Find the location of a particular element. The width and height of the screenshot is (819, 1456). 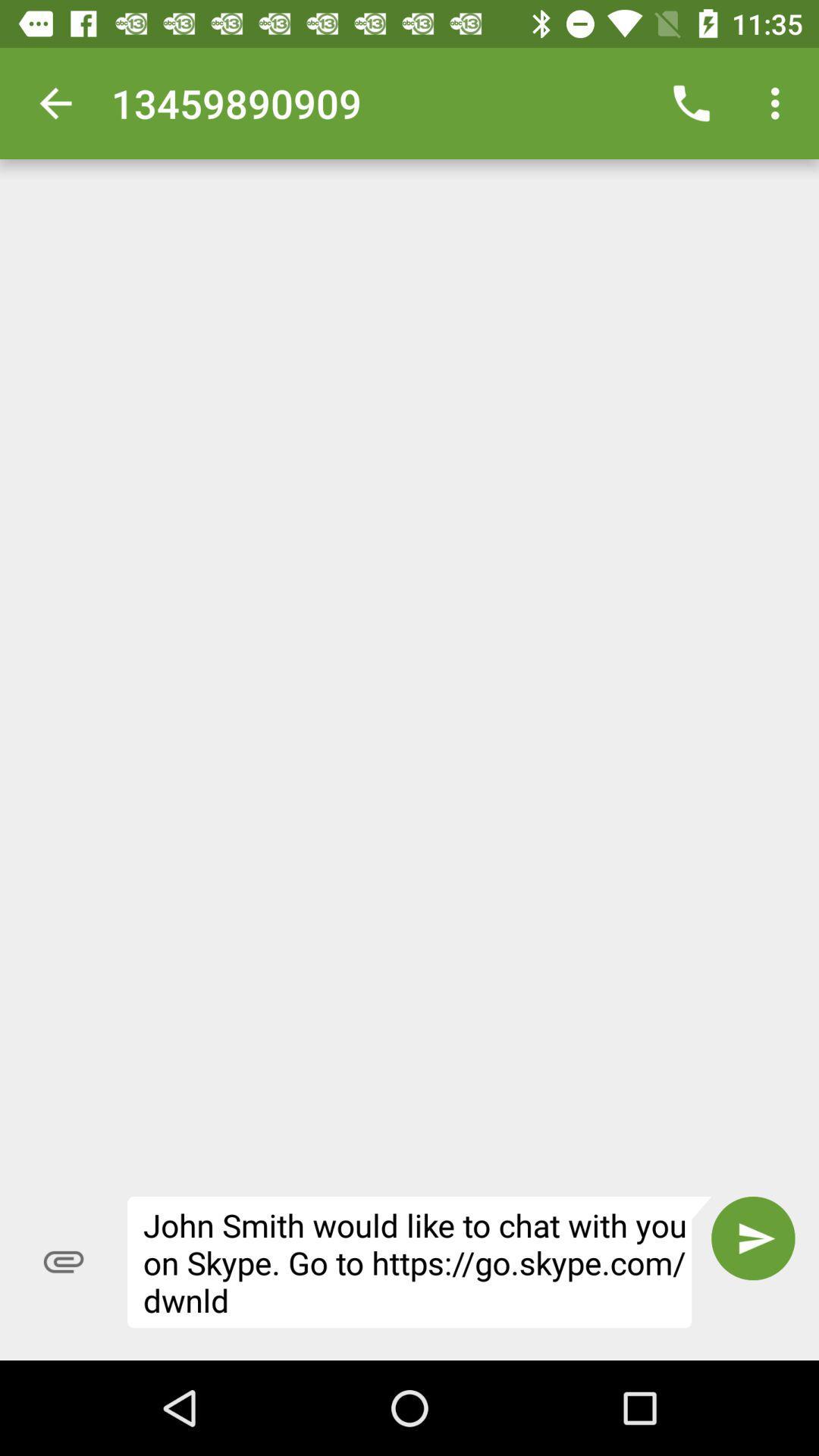

icon next to 13459890909 icon is located at coordinates (55, 102).